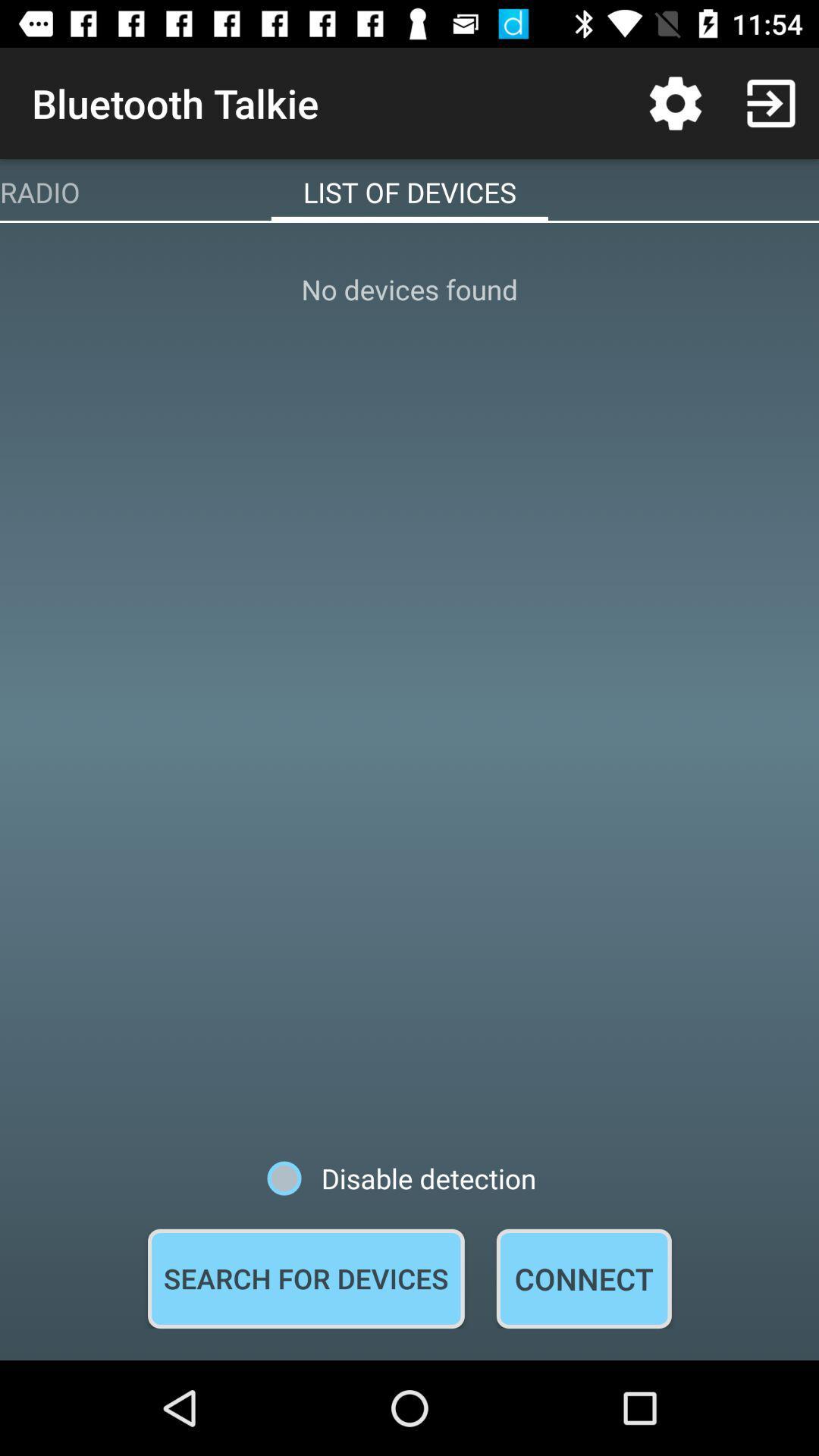 The height and width of the screenshot is (1456, 819). I want to click on connect, so click(583, 1278).